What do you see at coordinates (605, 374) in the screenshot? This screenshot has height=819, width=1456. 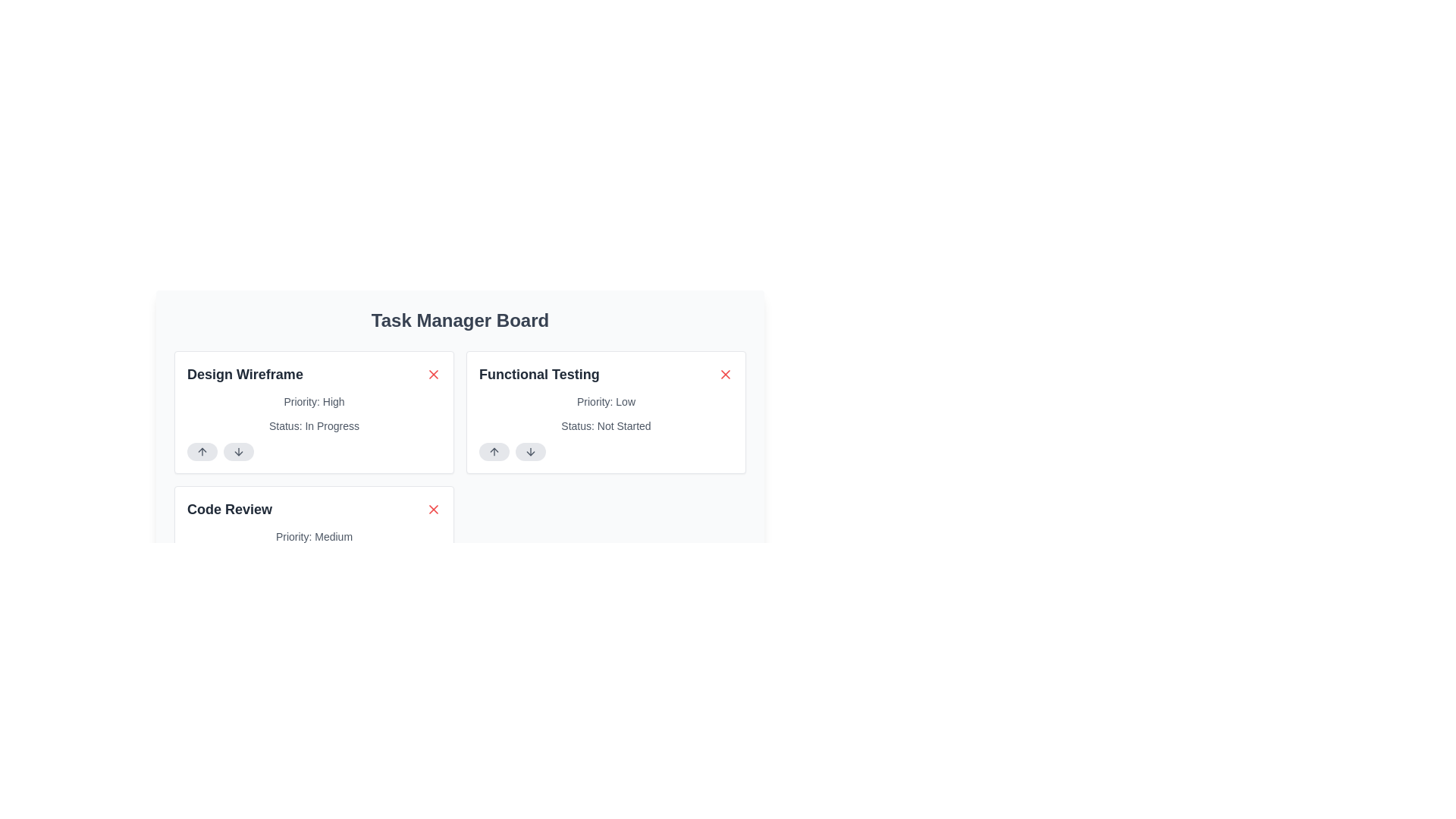 I see `the text of the title label of the task card located at the top left of the 'Task Manager Board' interface` at bounding box center [605, 374].